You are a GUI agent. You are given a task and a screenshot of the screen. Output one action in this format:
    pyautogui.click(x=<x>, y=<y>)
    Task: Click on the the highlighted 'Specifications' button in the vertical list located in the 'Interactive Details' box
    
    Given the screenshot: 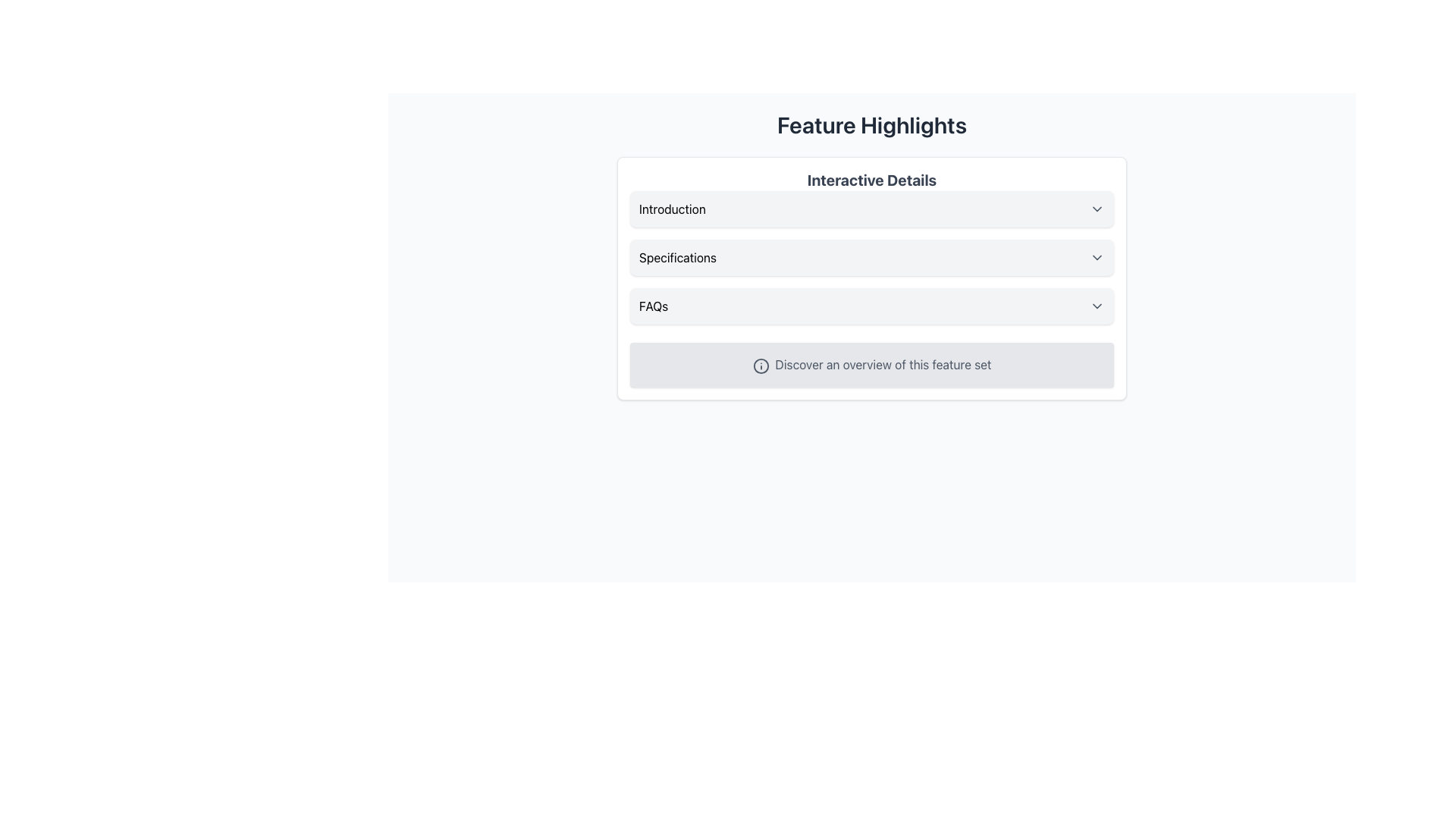 What is the action you would take?
    pyautogui.click(x=872, y=256)
    